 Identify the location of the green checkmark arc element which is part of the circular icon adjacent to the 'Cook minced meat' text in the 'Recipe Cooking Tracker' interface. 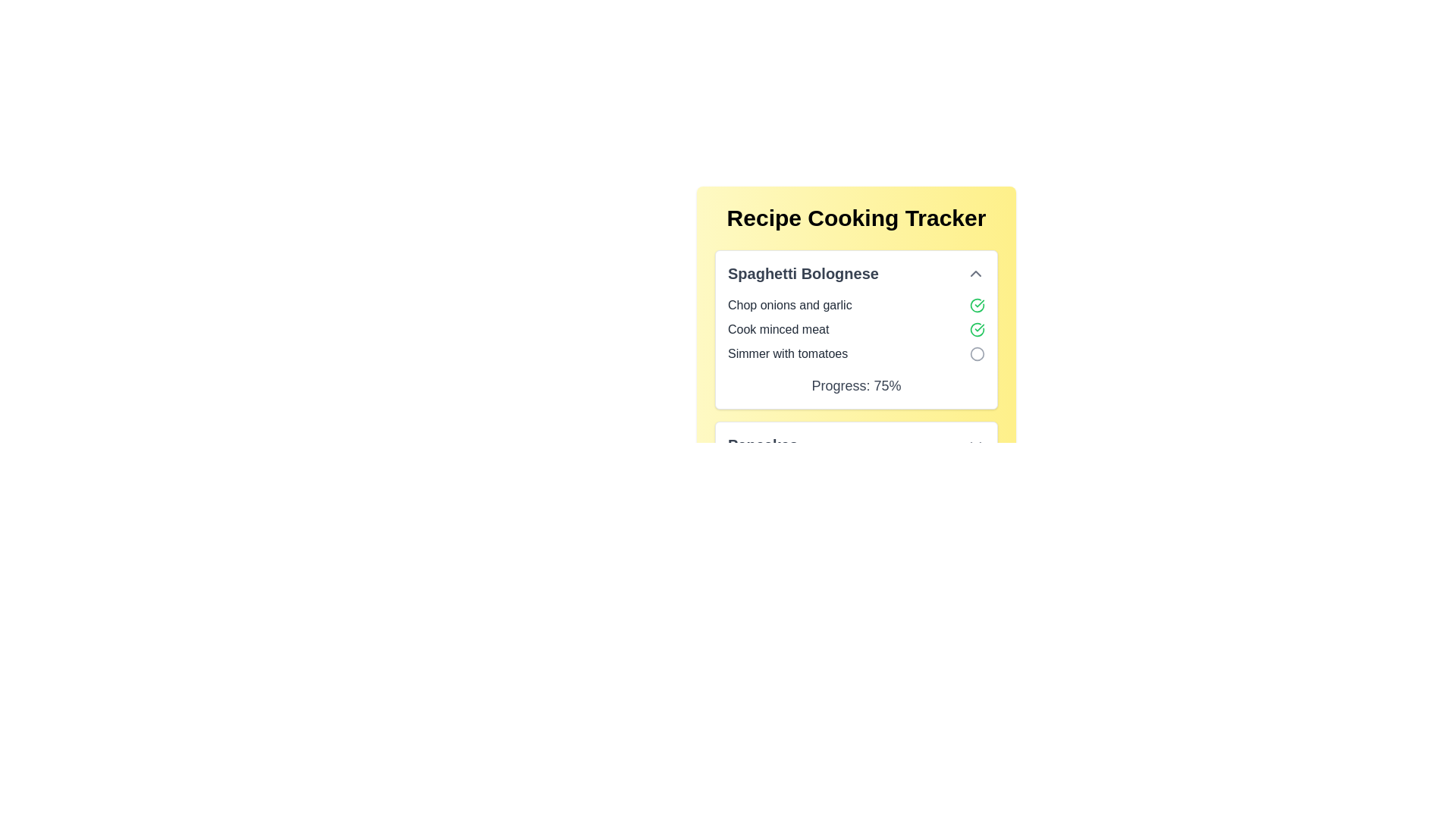
(977, 305).